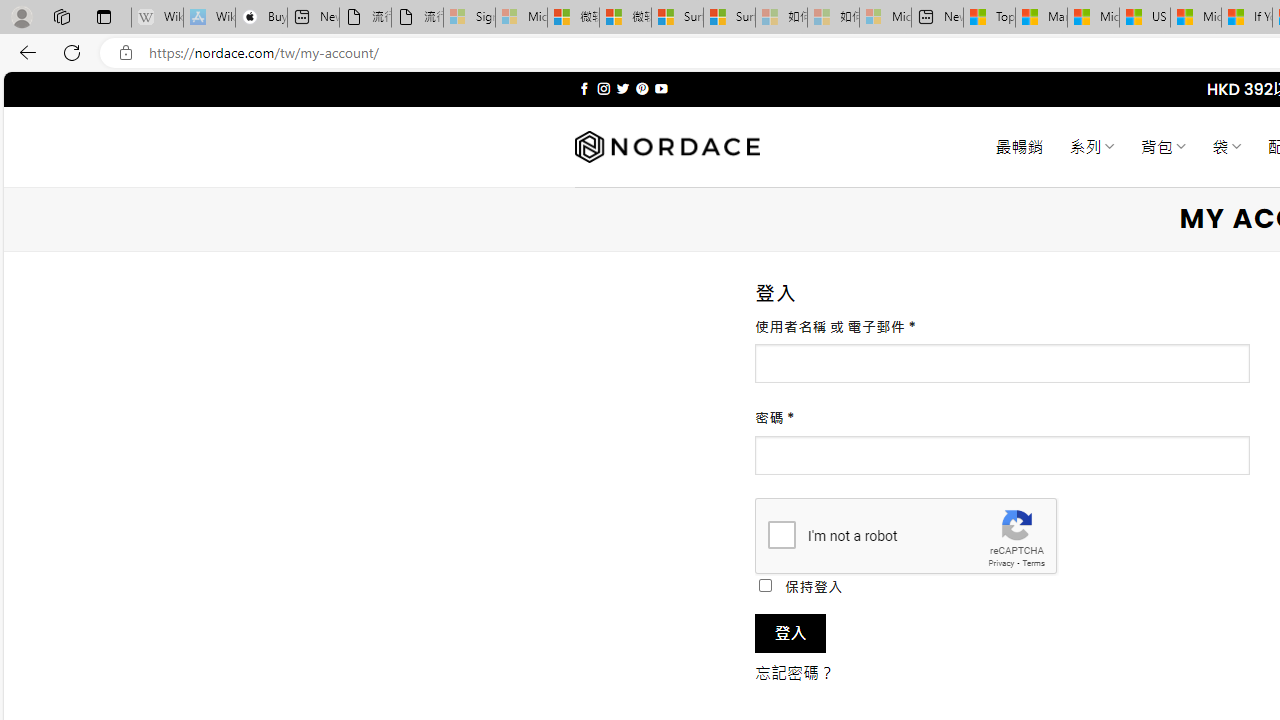  Describe the element at coordinates (468, 17) in the screenshot. I see `'Sign in to your Microsoft account - Sleeping'` at that location.